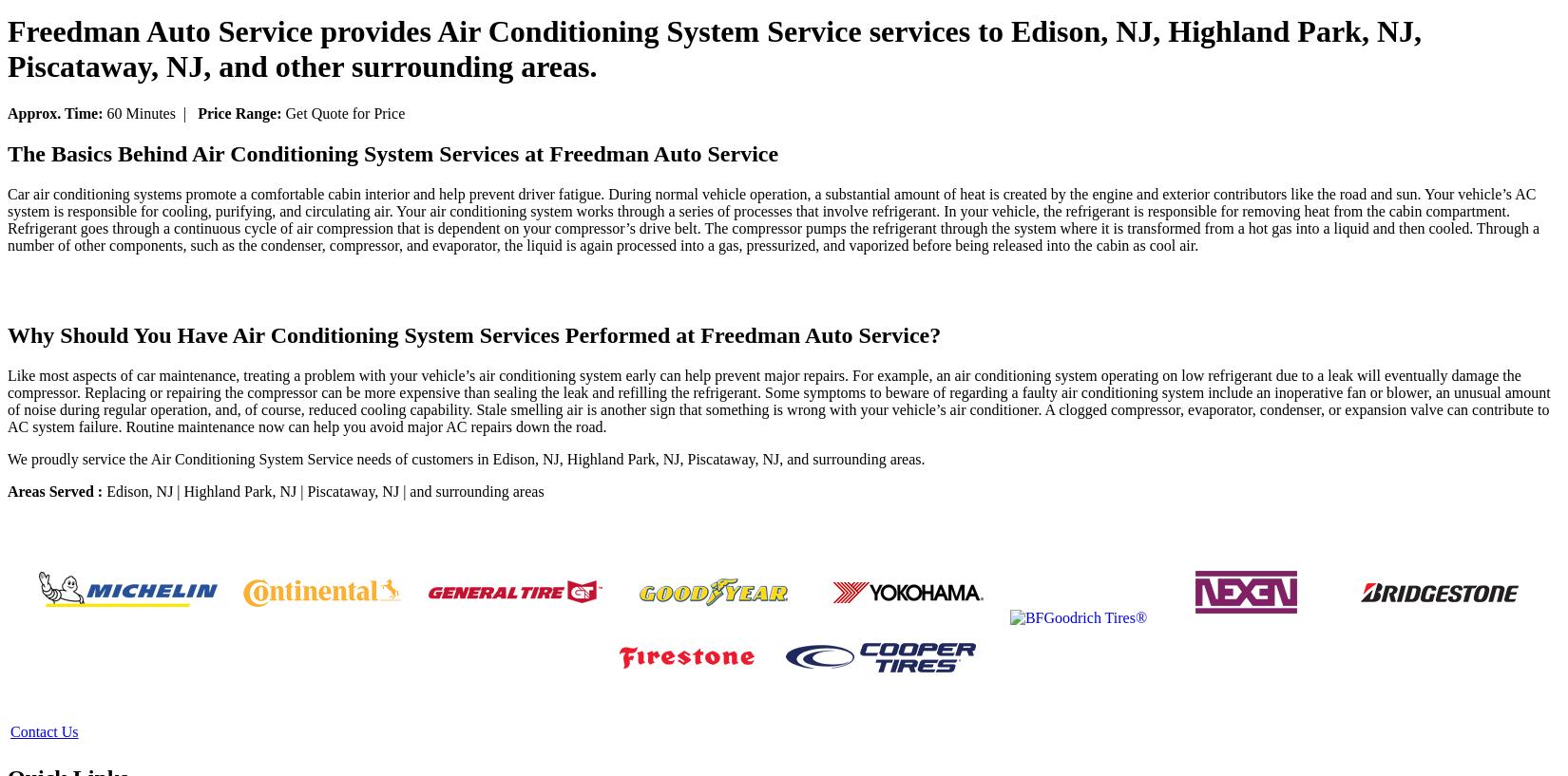 Image resolution: width=1568 pixels, height=776 pixels. Describe the element at coordinates (198, 112) in the screenshot. I see `'Price Range:'` at that location.